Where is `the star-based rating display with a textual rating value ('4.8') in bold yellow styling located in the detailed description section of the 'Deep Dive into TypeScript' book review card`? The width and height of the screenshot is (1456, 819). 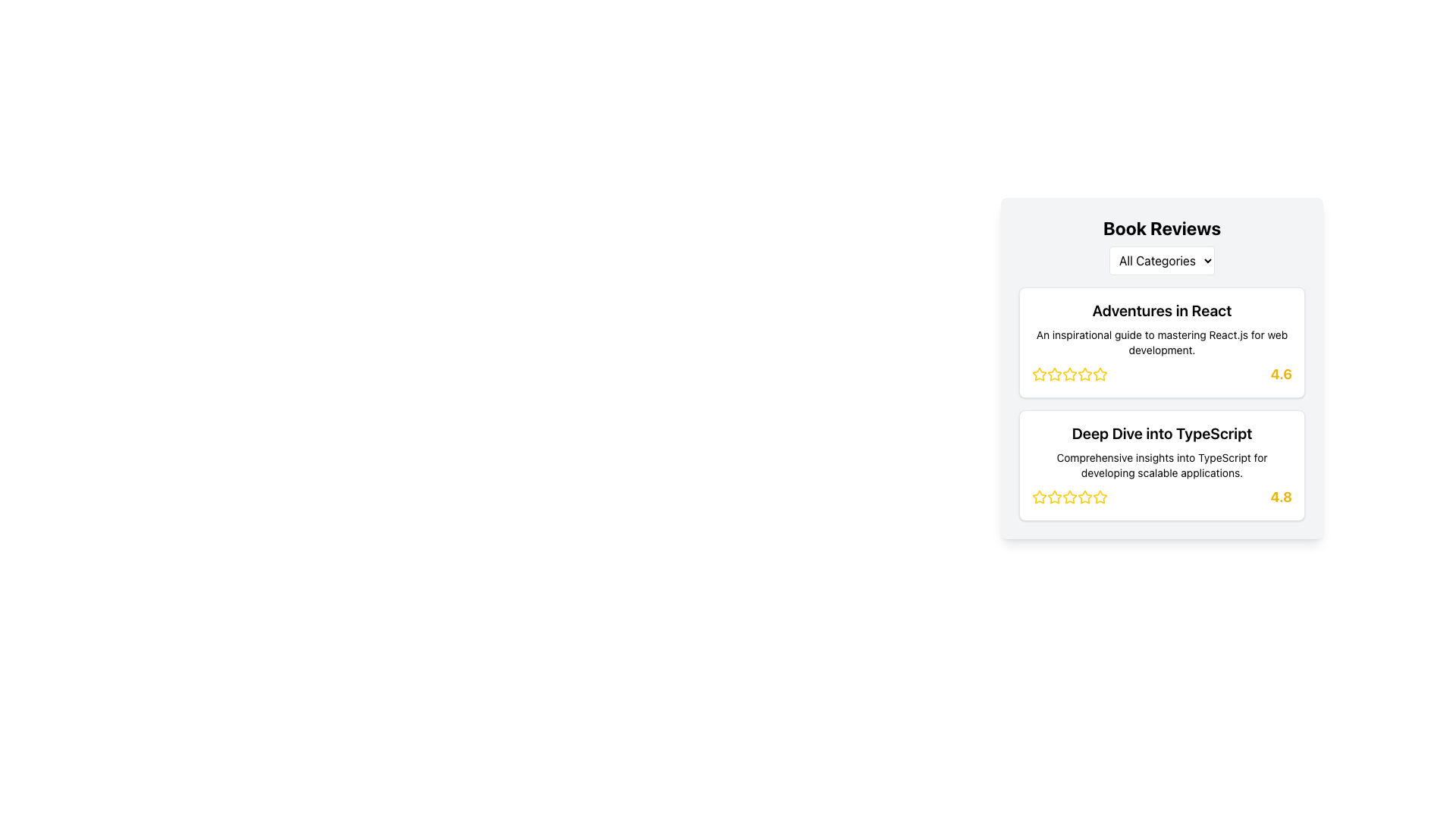
the star-based rating display with a textual rating value ('4.8') in bold yellow styling located in the detailed description section of the 'Deep Dive into TypeScript' book review card is located at coordinates (1161, 497).